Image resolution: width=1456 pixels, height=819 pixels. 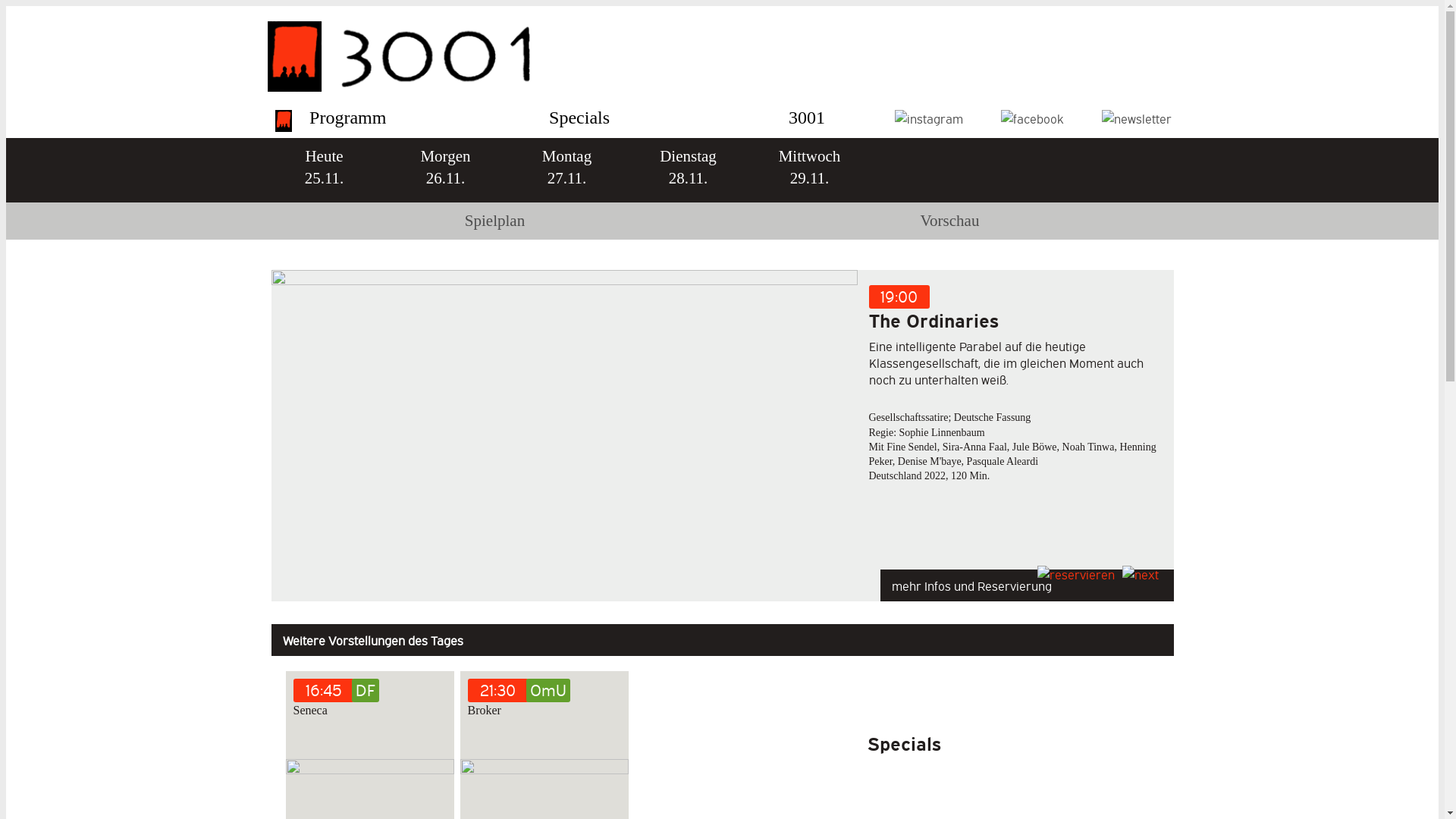 I want to click on 'Mittwoch, so click(x=808, y=170).